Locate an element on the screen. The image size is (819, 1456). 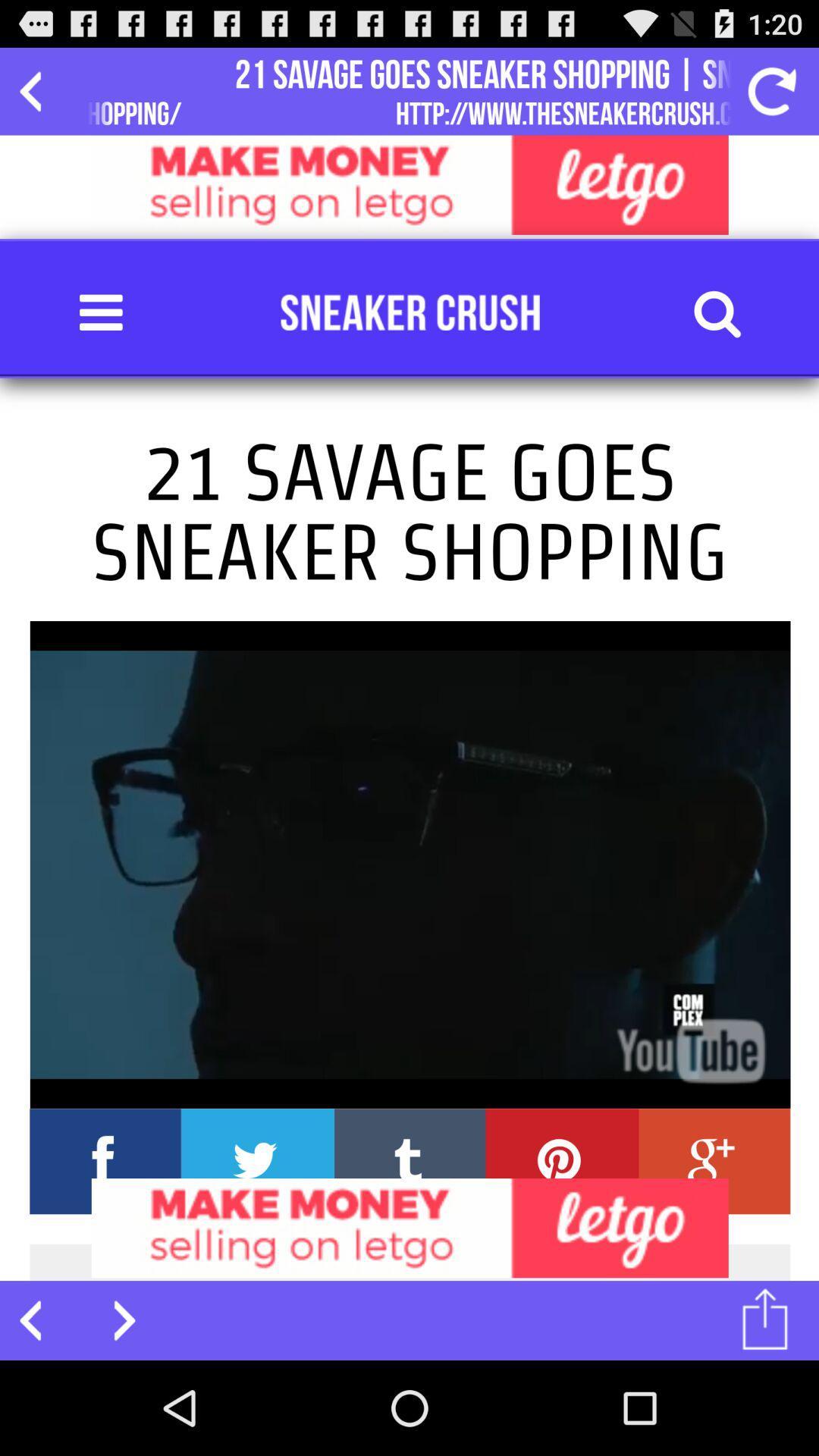
the arrow_backward icon is located at coordinates (39, 96).